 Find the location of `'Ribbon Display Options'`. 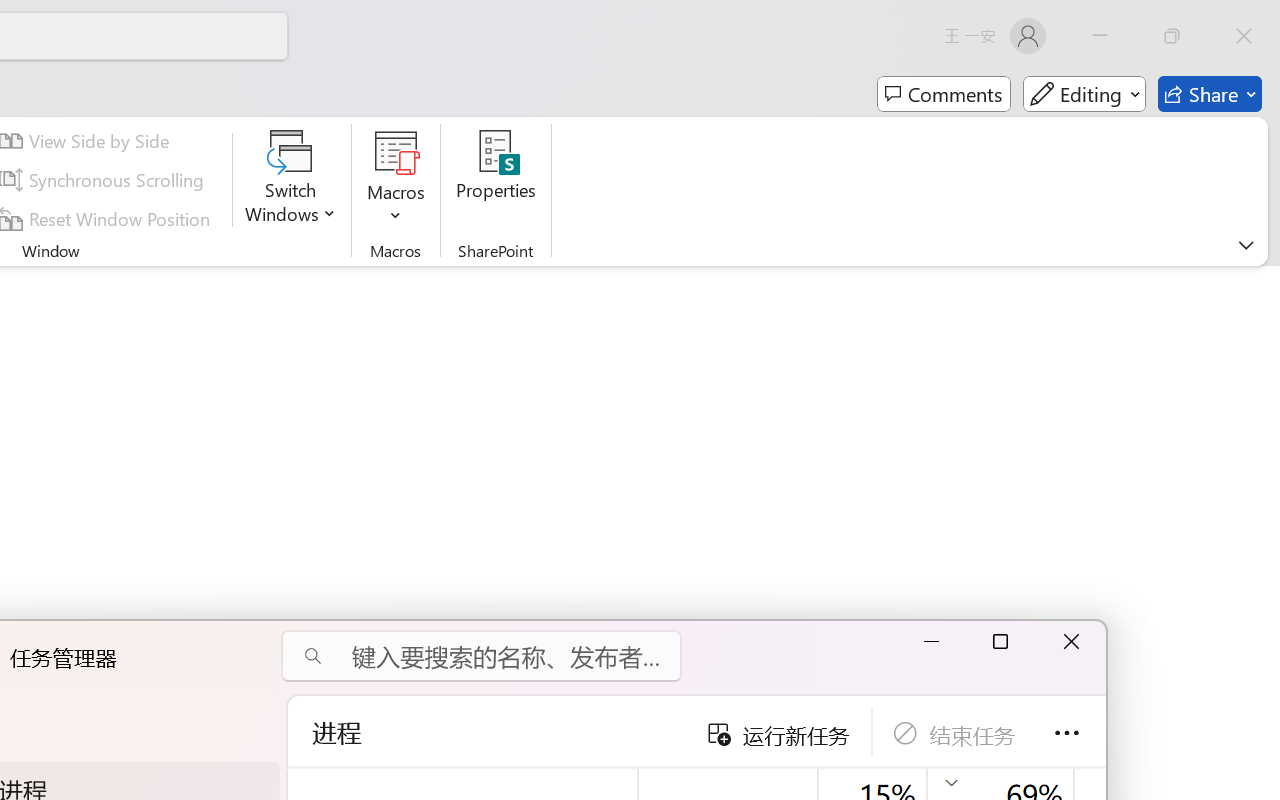

'Ribbon Display Options' is located at coordinates (1245, 244).